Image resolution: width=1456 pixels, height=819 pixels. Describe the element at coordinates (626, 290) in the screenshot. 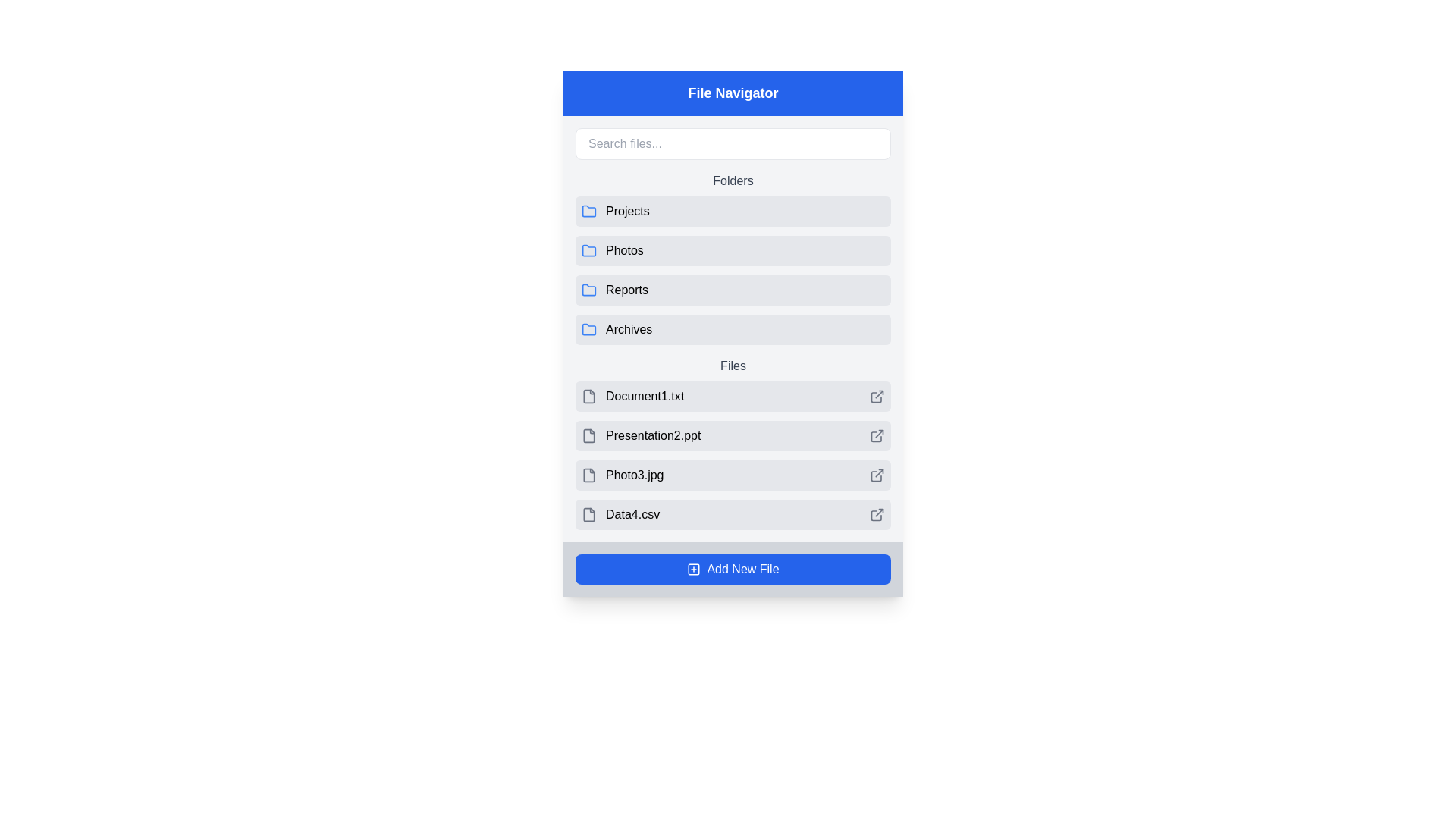

I see `the 'Reports' text label associated with the folder item` at that location.